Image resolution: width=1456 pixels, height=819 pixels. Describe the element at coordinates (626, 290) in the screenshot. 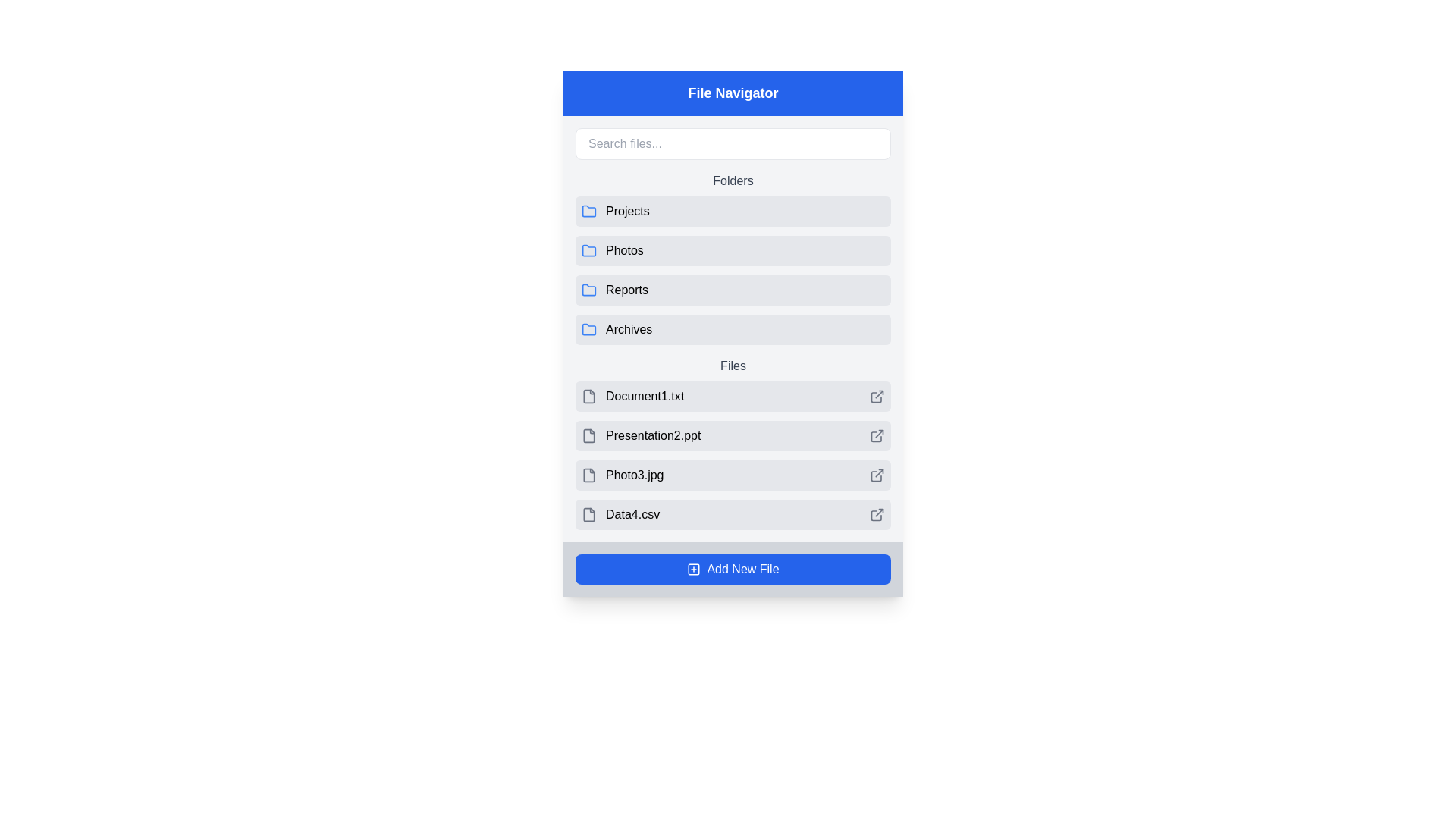

I see `the 'Reports' text label associated with the folder item` at that location.